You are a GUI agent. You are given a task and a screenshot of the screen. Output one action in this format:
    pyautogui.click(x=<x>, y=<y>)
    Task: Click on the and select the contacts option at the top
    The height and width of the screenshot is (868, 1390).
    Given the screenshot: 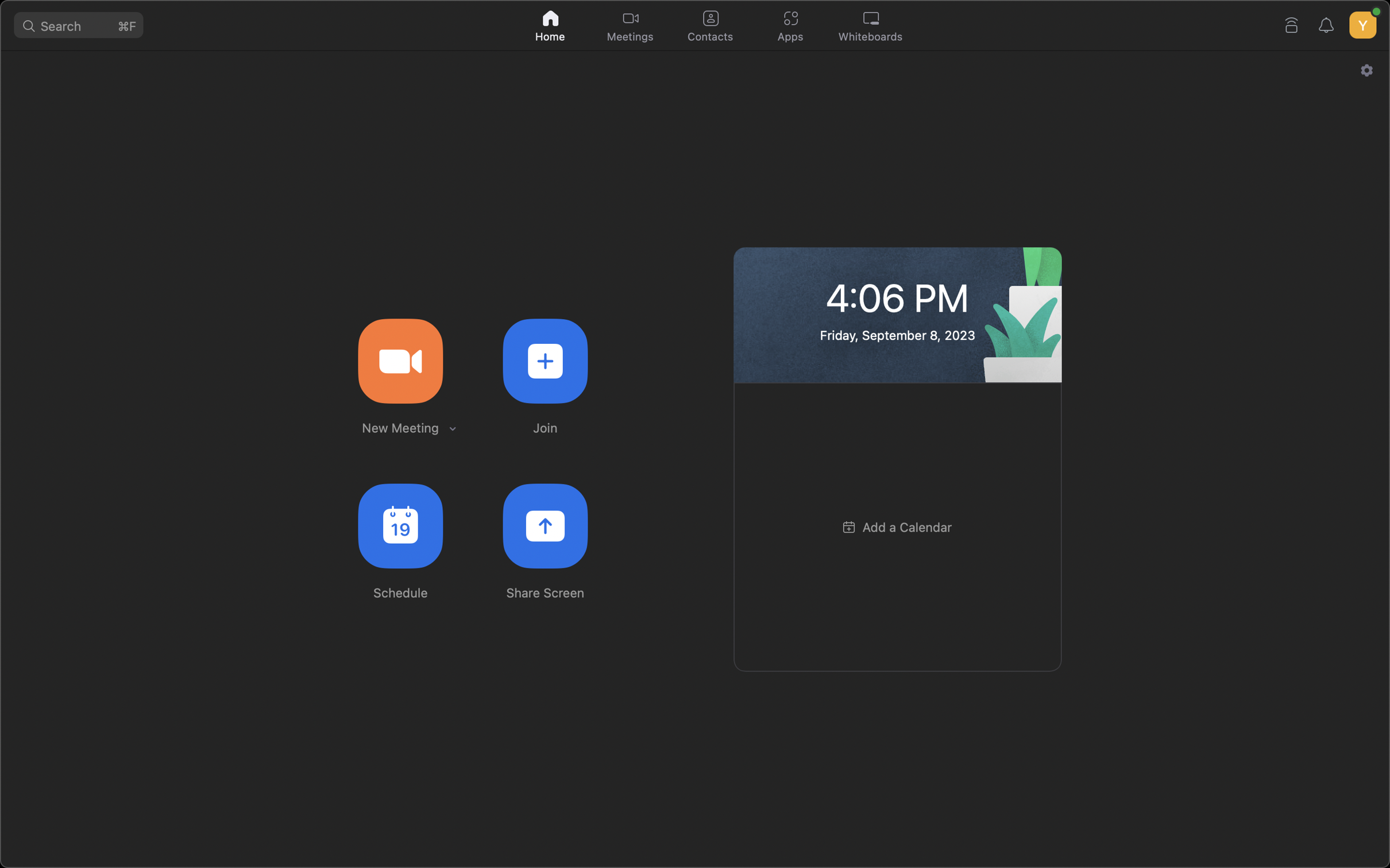 What is the action you would take?
    pyautogui.click(x=709, y=24)
    